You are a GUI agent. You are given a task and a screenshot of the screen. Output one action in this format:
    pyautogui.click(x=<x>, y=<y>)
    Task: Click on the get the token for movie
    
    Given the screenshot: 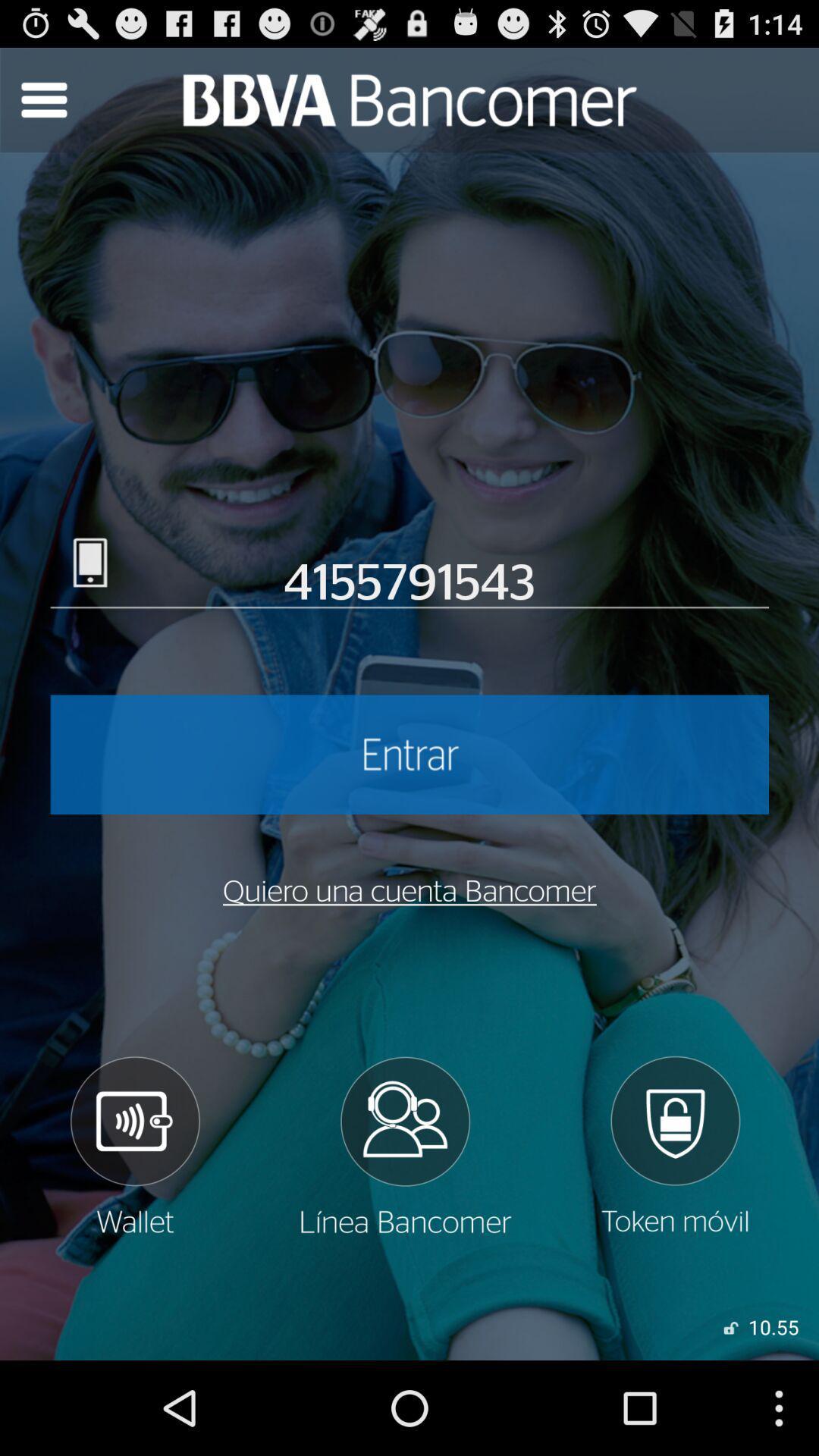 What is the action you would take?
    pyautogui.click(x=674, y=1146)
    